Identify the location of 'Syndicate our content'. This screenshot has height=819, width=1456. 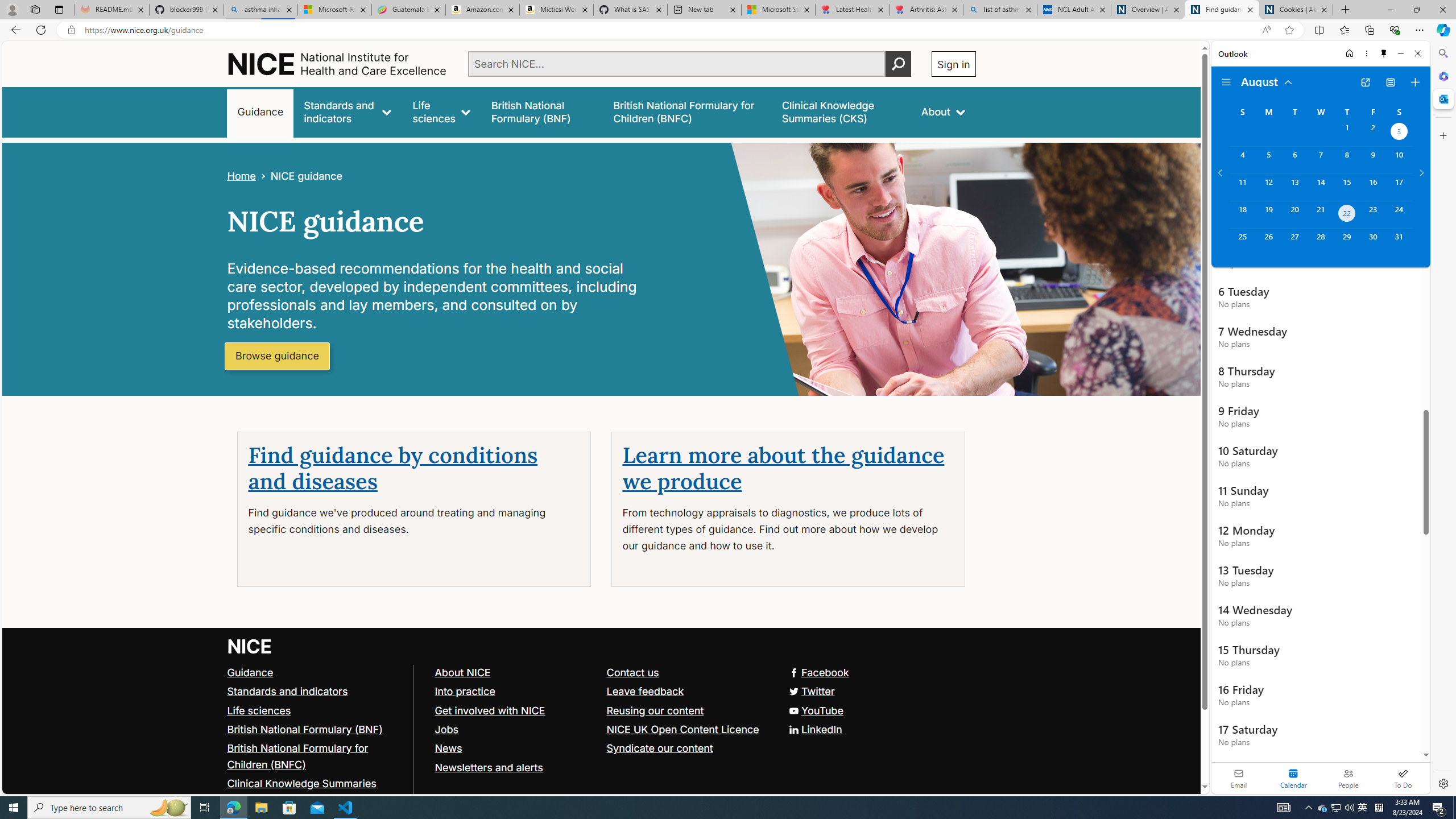
(659, 747).